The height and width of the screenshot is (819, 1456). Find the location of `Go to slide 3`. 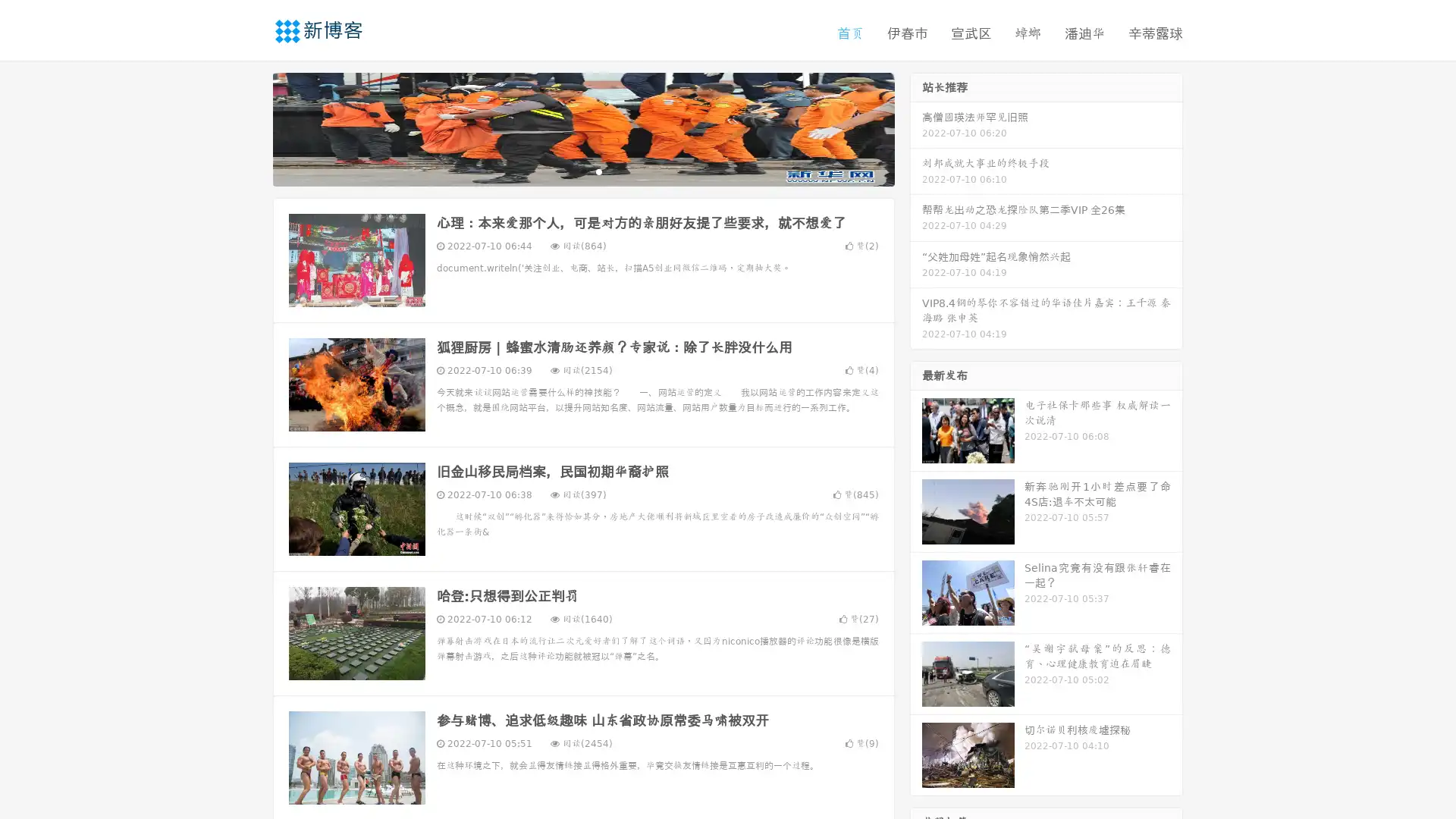

Go to slide 3 is located at coordinates (598, 171).